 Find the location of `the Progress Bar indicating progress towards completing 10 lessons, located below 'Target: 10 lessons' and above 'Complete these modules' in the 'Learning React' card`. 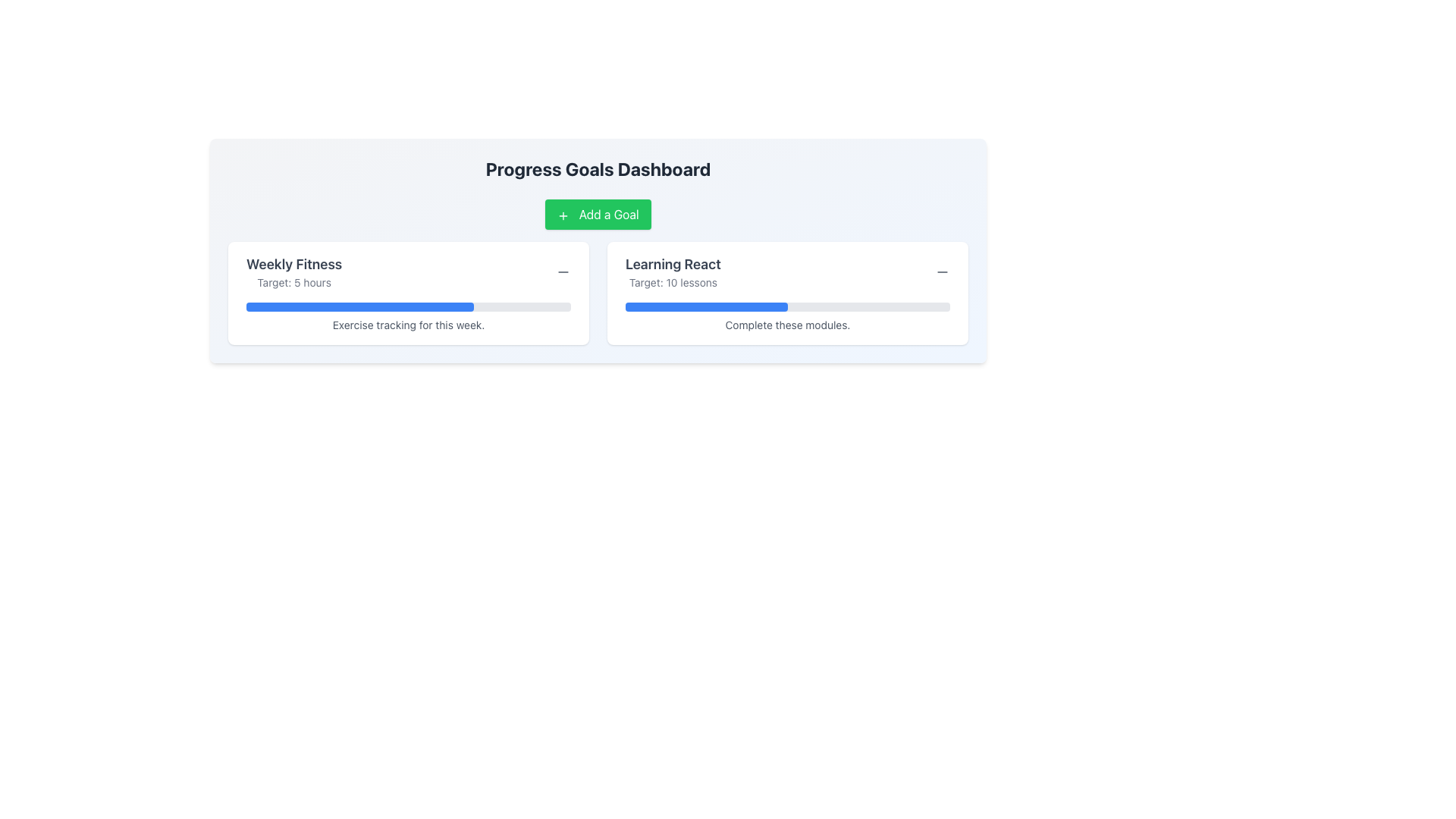

the Progress Bar indicating progress towards completing 10 lessons, located below 'Target: 10 lessons' and above 'Complete these modules' in the 'Learning React' card is located at coordinates (787, 307).